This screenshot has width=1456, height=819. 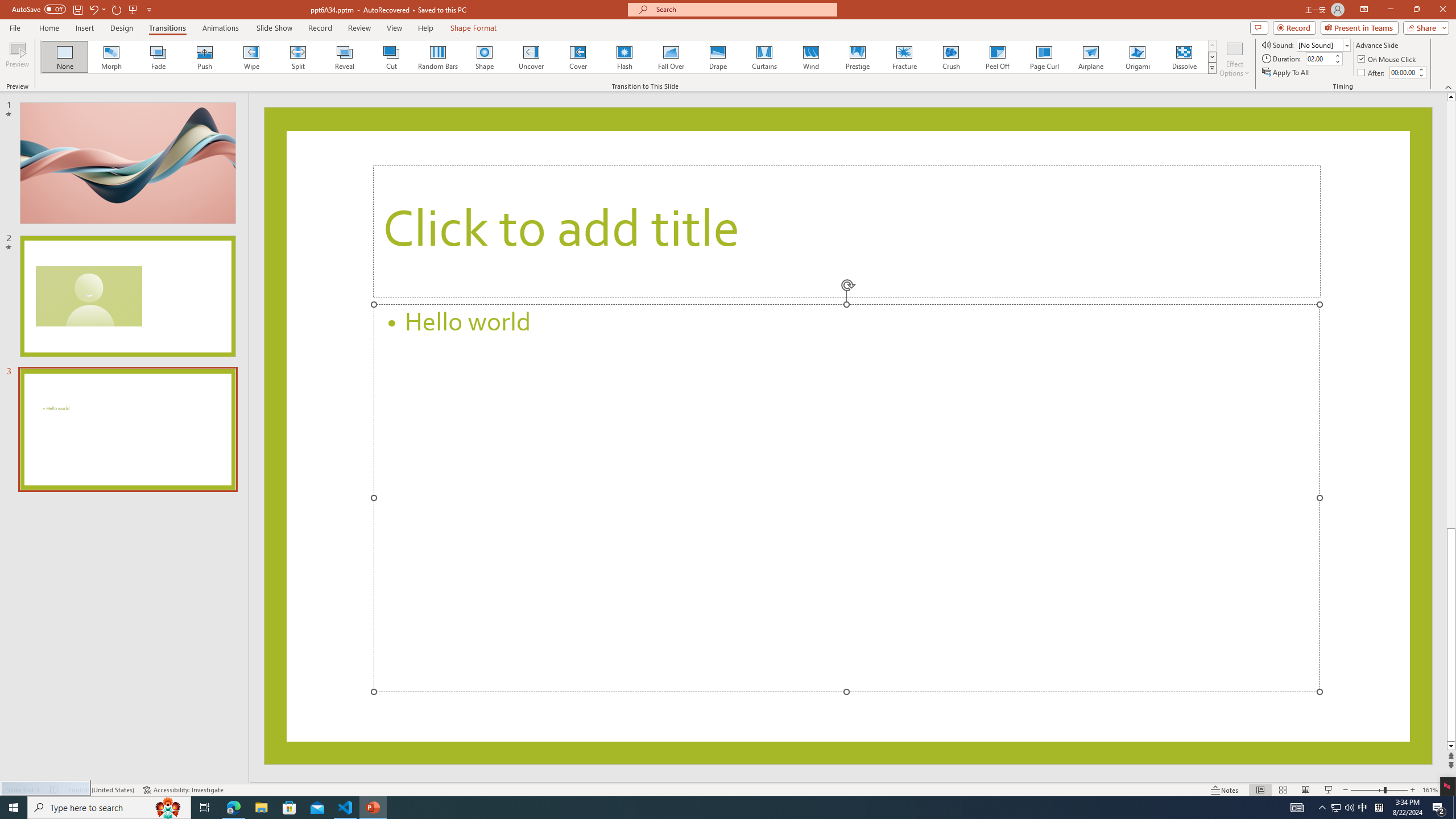 I want to click on 'More', so click(x=1421, y=68).